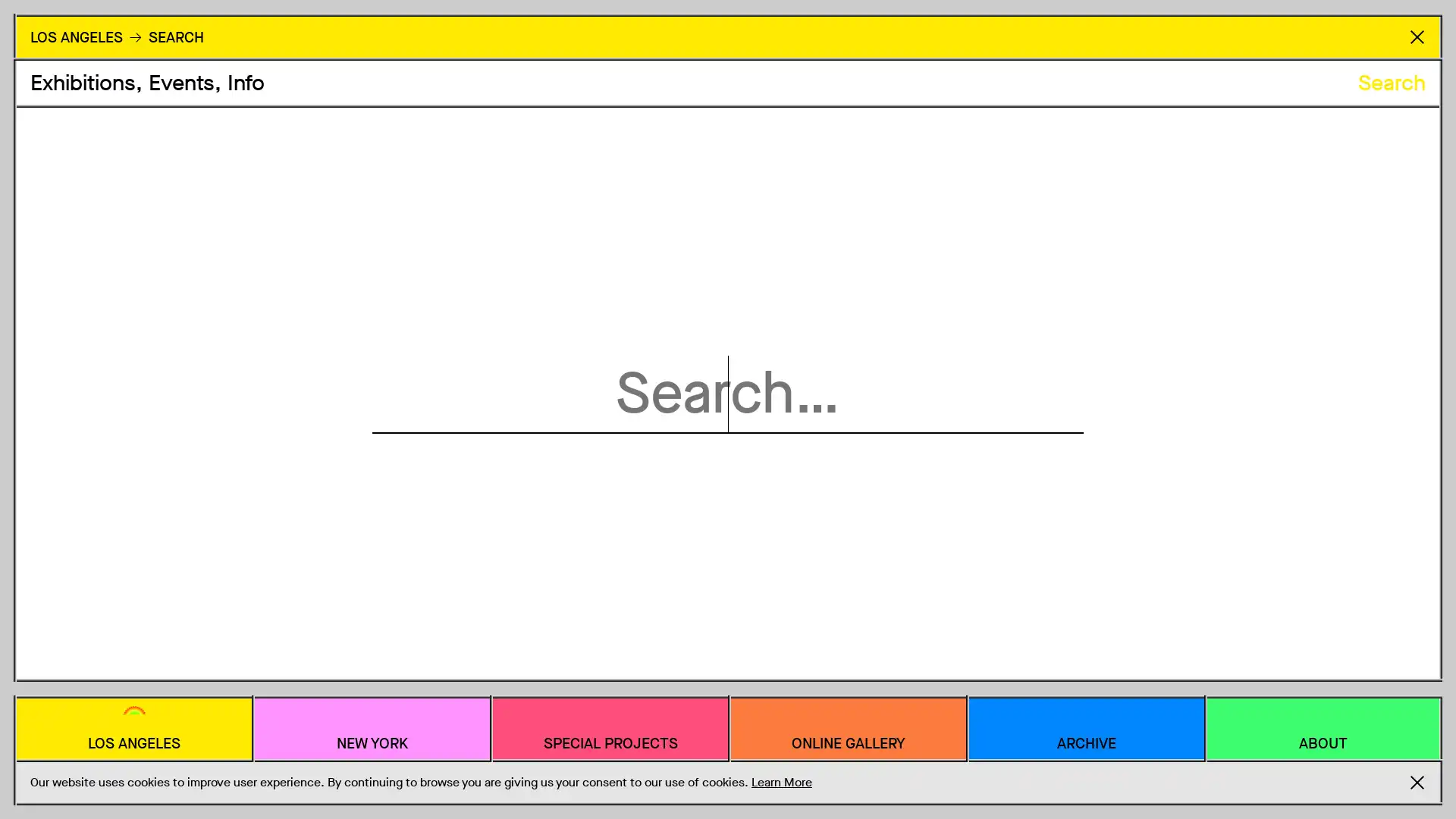 The height and width of the screenshot is (819, 1456). I want to click on Accept, so click(1416, 782).